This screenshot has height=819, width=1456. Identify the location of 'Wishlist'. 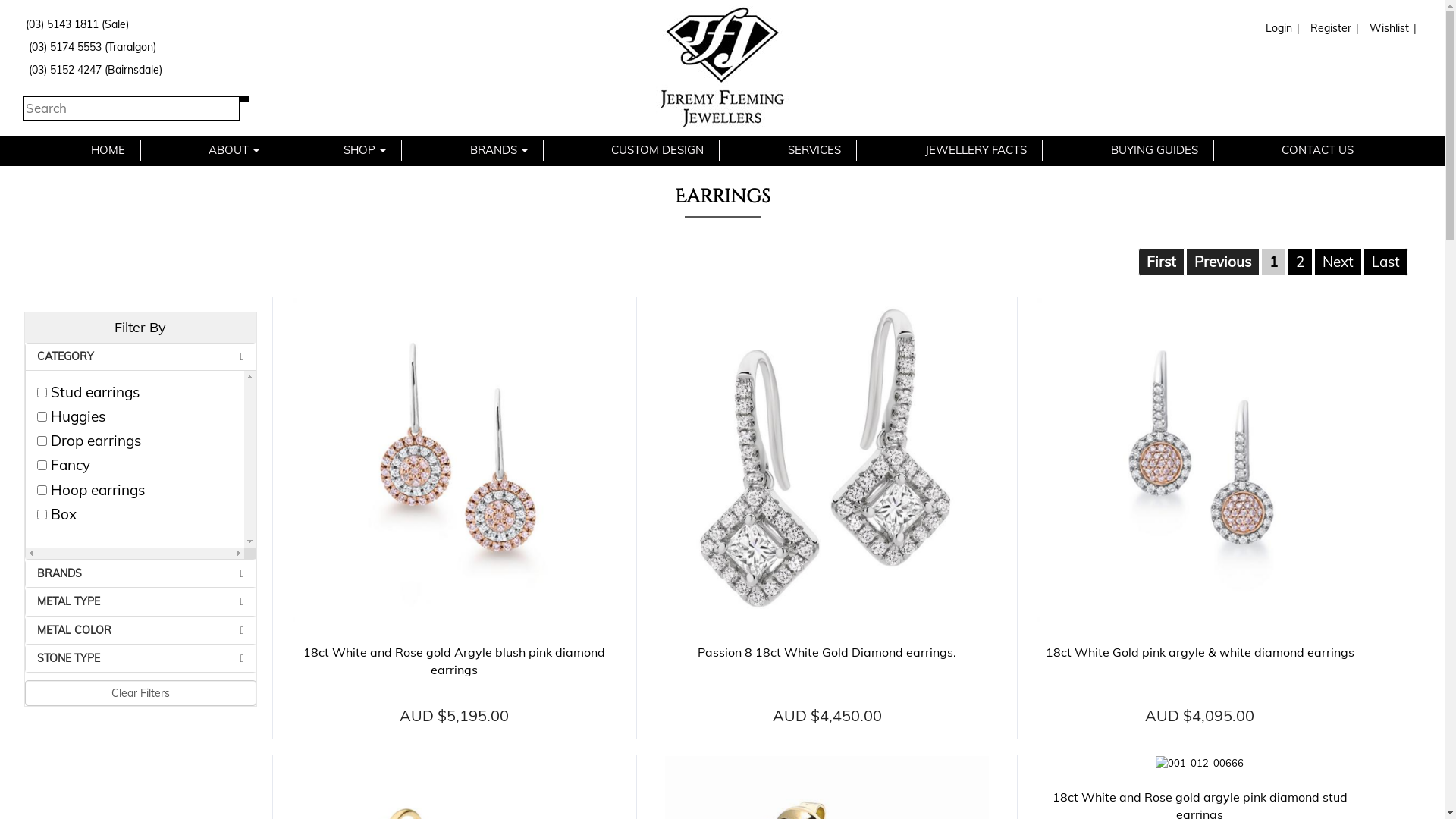
(1387, 28).